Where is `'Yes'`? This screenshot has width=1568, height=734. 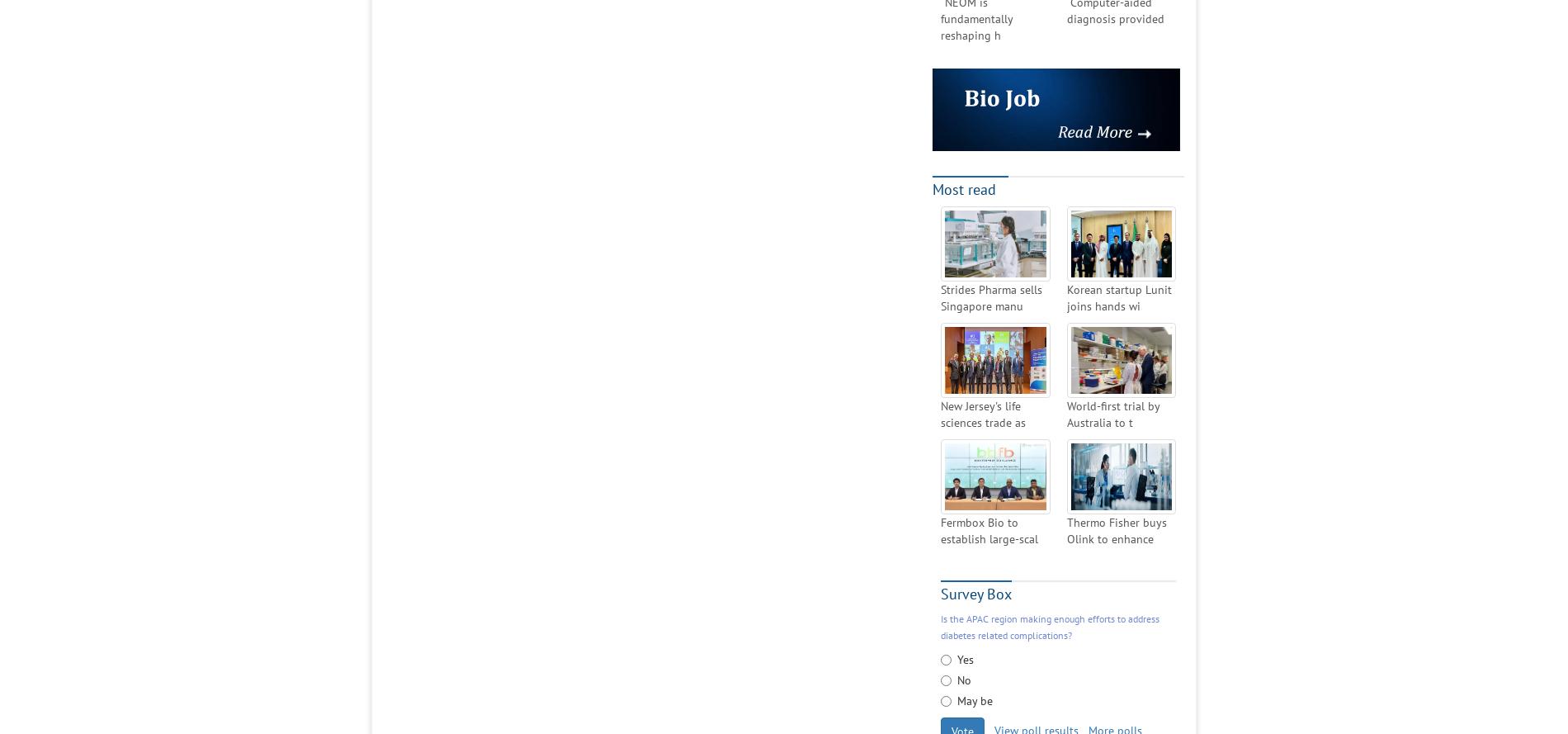
'Yes' is located at coordinates (956, 660).